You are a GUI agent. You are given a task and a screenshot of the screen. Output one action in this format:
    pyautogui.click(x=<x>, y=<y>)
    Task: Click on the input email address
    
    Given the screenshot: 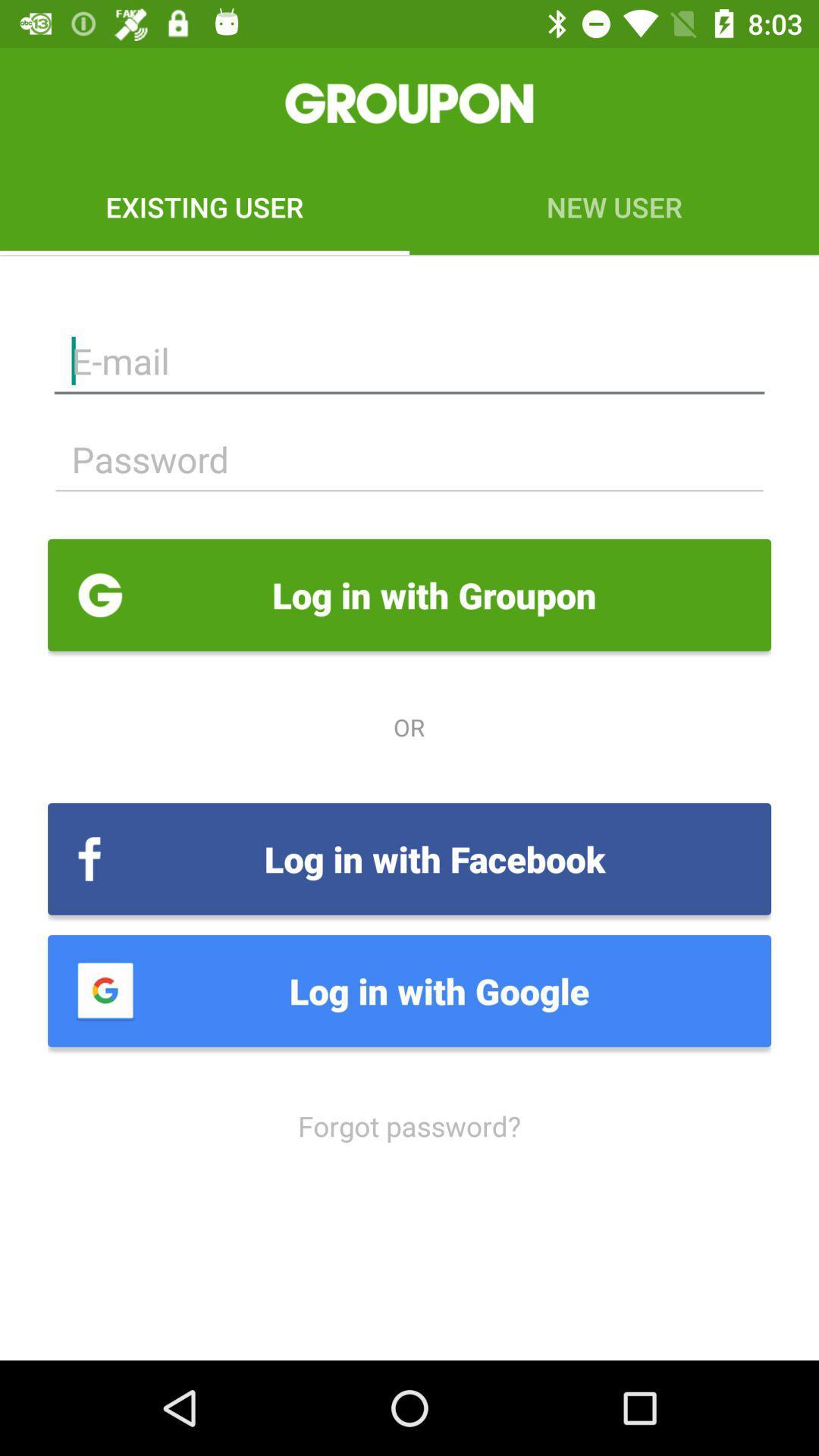 What is the action you would take?
    pyautogui.click(x=409, y=360)
    